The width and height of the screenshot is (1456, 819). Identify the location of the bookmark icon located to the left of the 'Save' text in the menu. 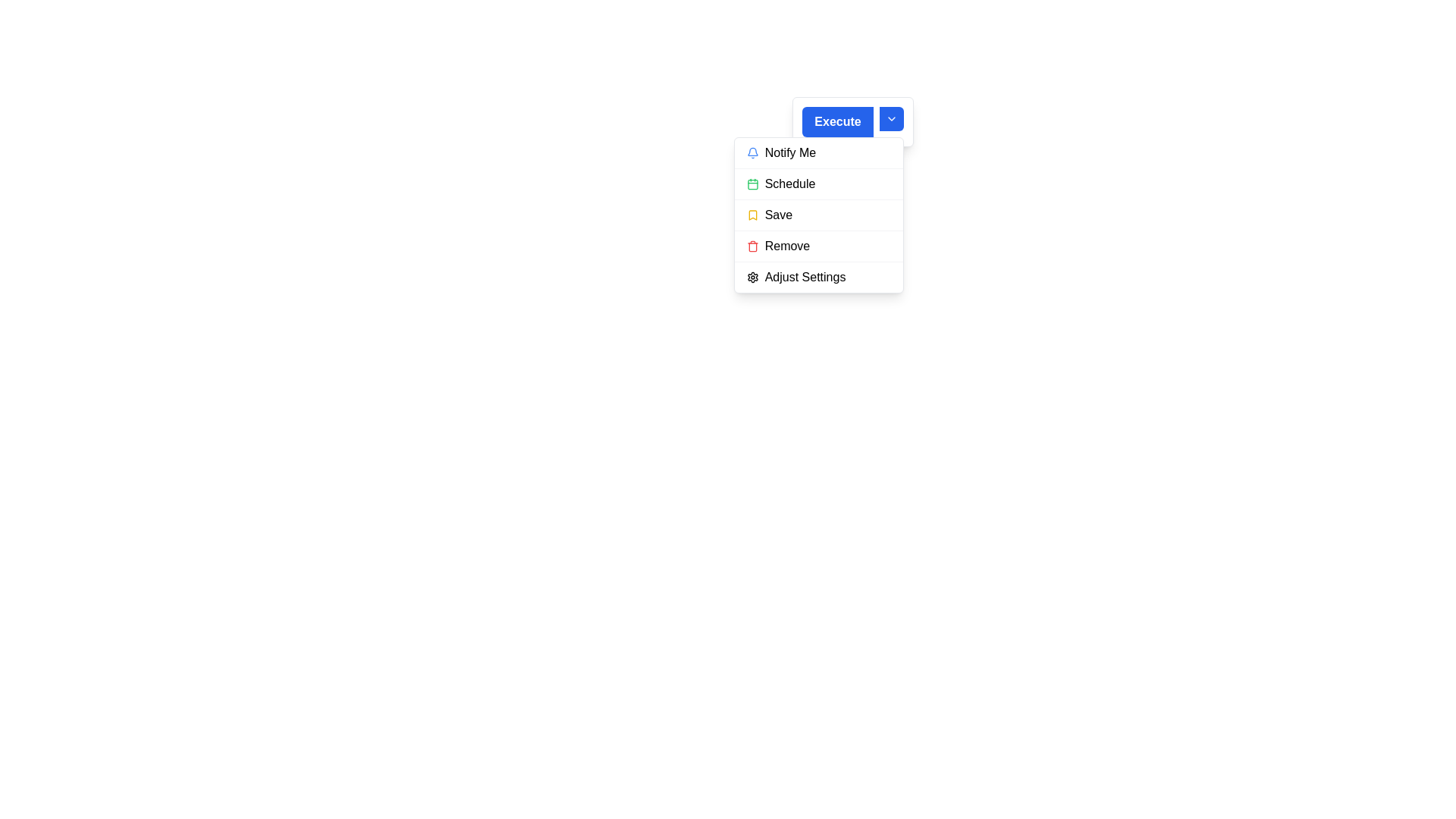
(752, 215).